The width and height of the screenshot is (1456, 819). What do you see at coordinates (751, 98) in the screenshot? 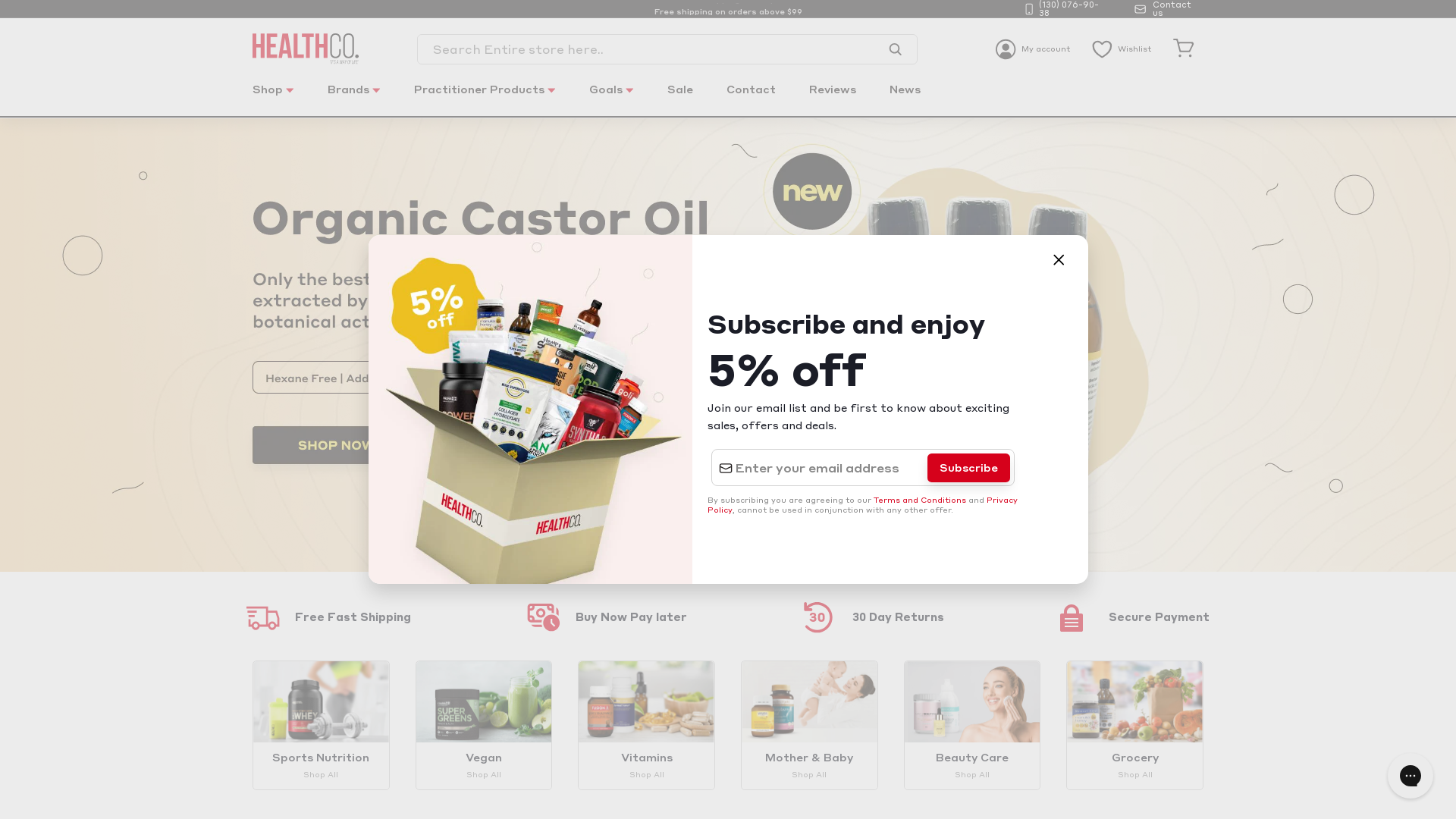
I see `'Contact'` at bounding box center [751, 98].